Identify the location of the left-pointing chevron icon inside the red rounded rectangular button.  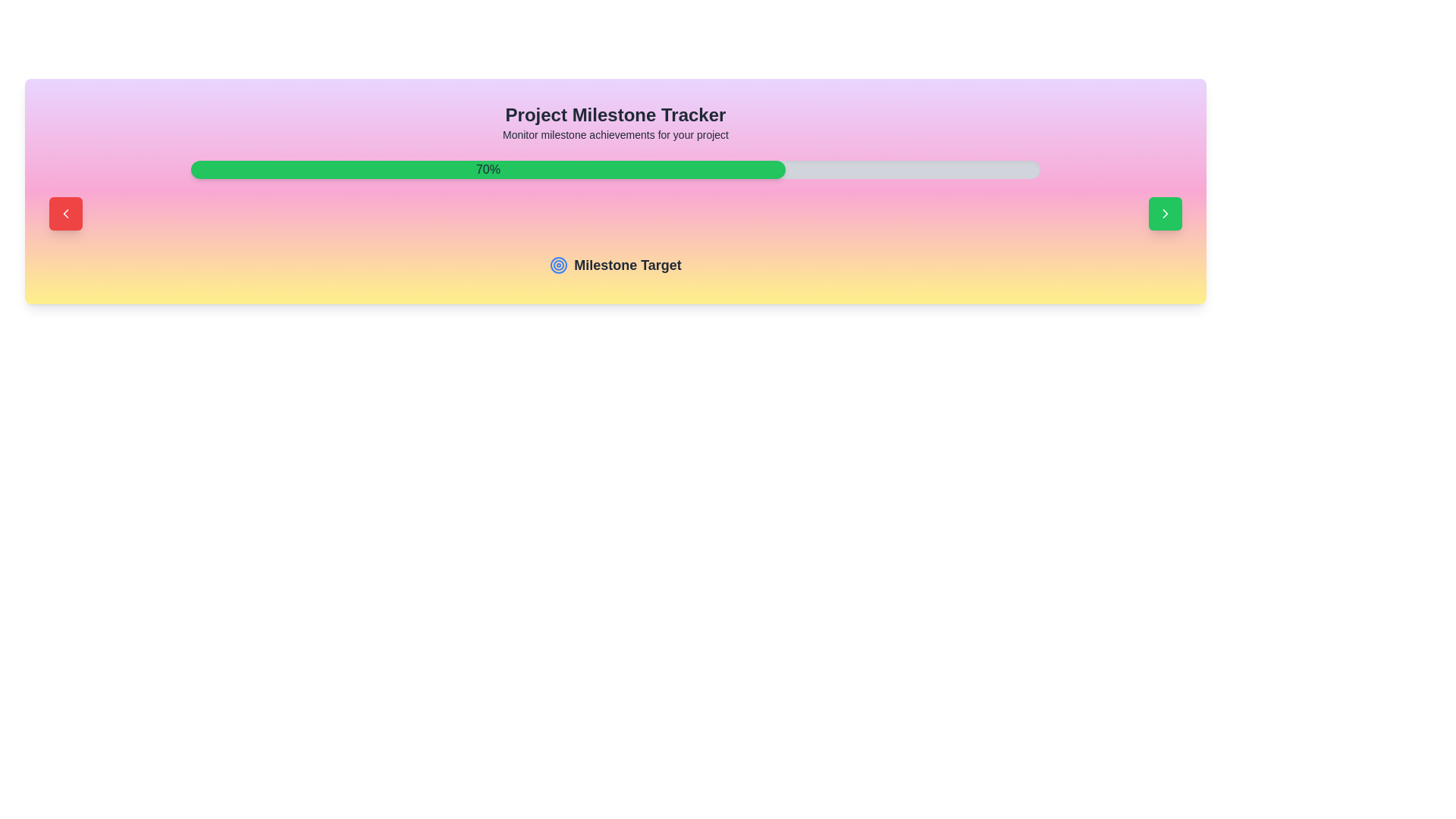
(64, 213).